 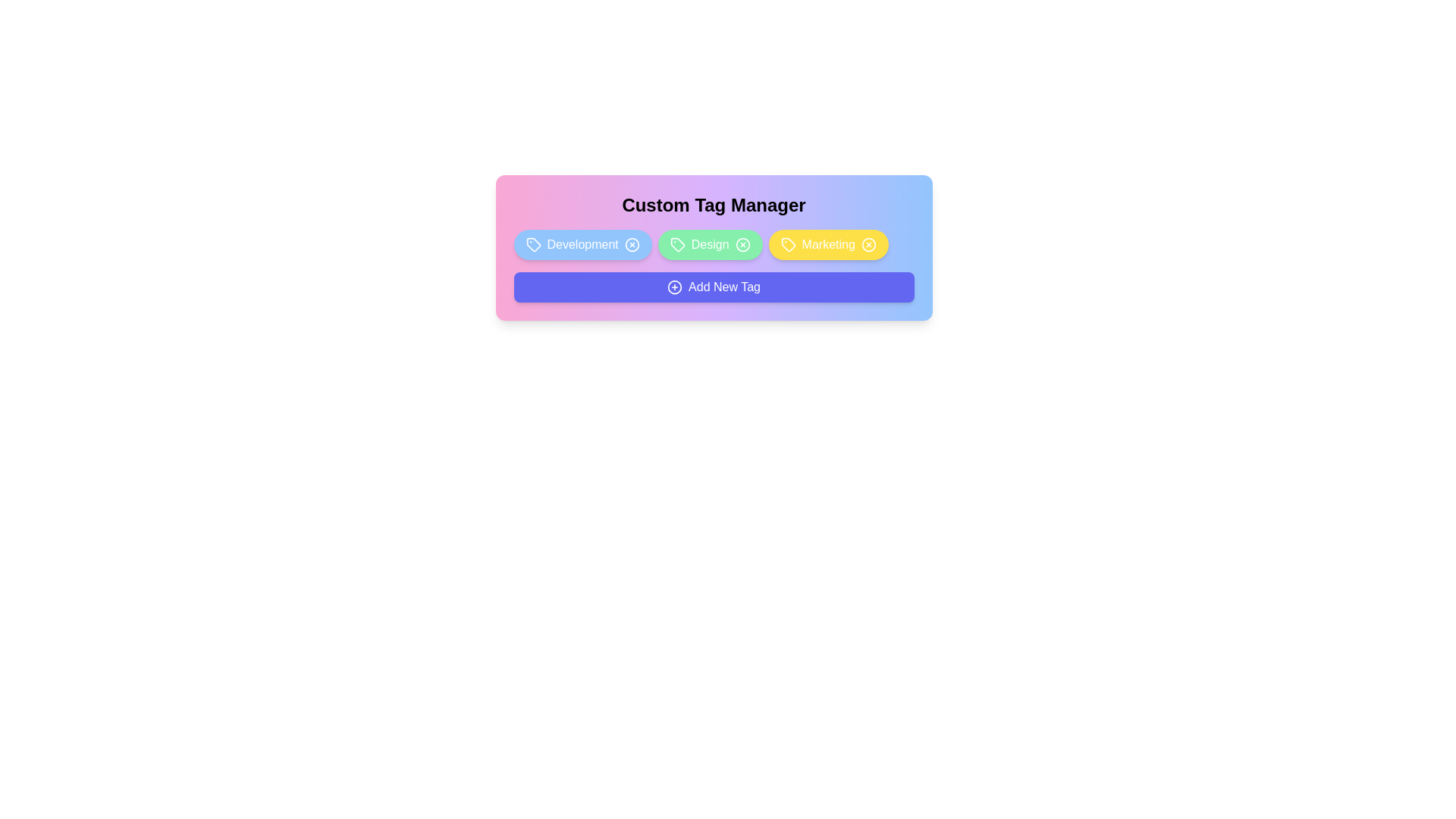 I want to click on the 'Add New Tag' button to add a new tag, so click(x=713, y=287).